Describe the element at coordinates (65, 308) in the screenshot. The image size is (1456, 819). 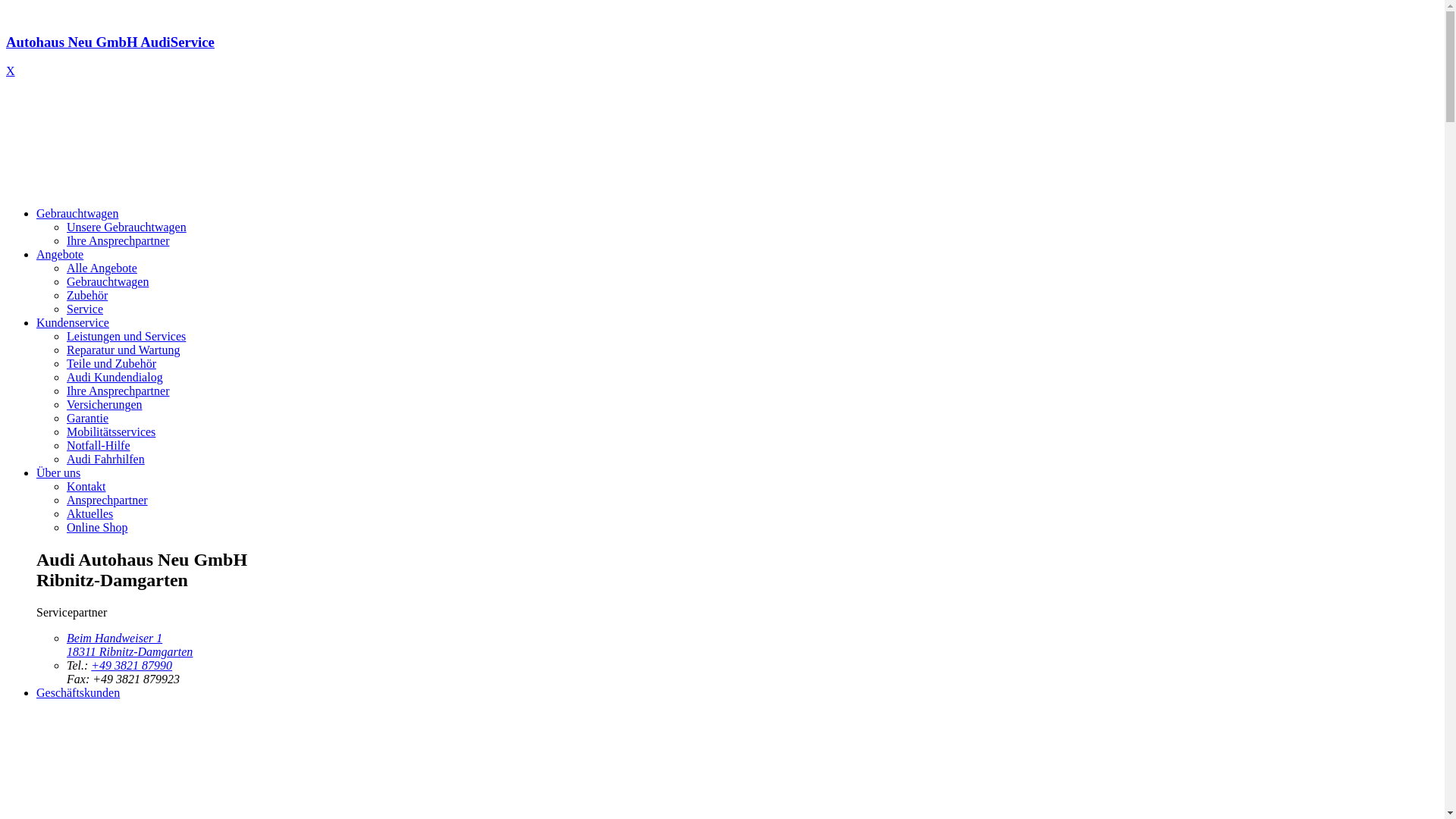
I see `'Service'` at that location.